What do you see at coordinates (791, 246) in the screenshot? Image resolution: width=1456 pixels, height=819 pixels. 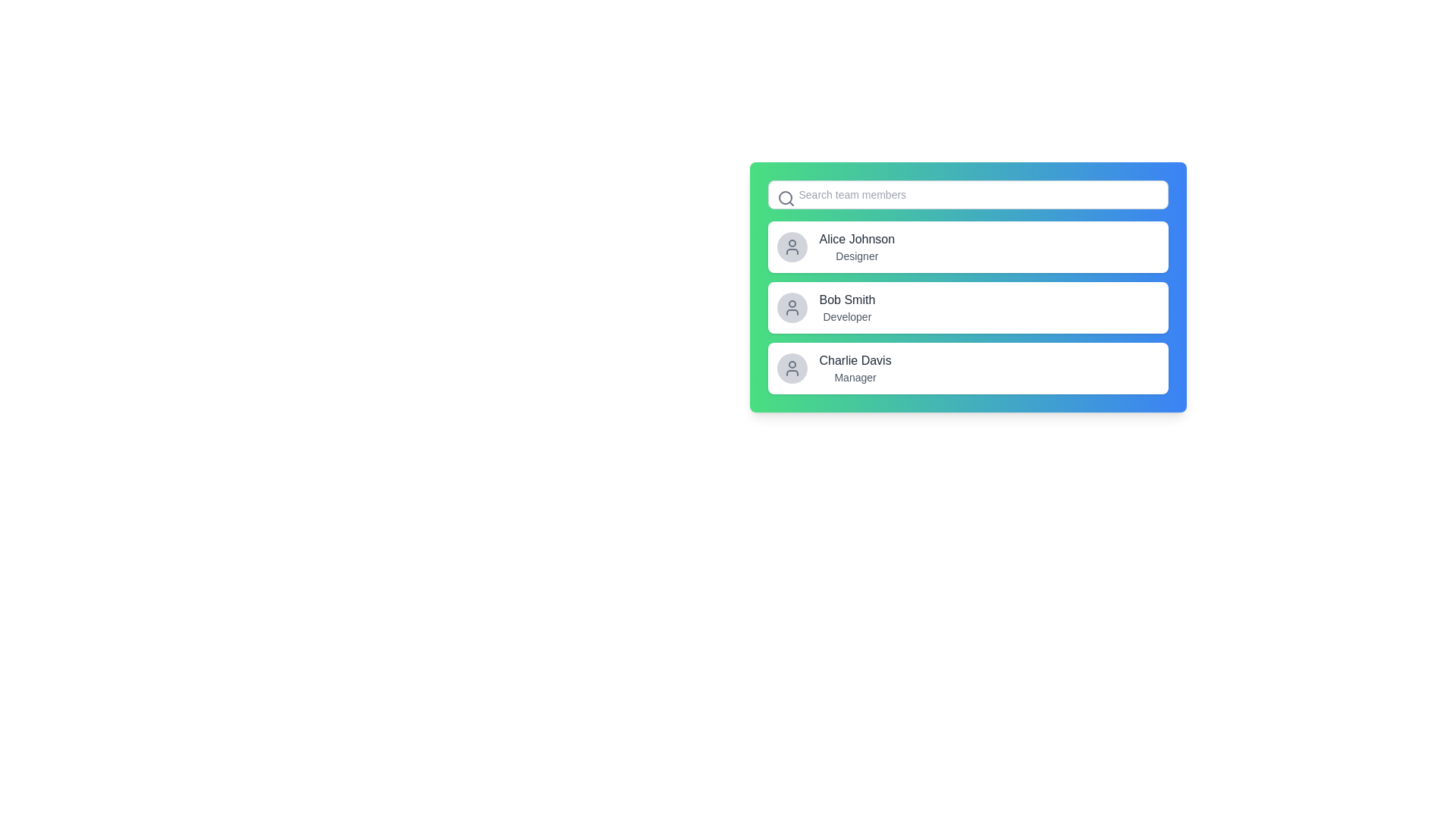 I see `the user icon representing 'Alice Johnson - Designer', which is a minimalist gray silhouette icon located to the left of the text label` at bounding box center [791, 246].